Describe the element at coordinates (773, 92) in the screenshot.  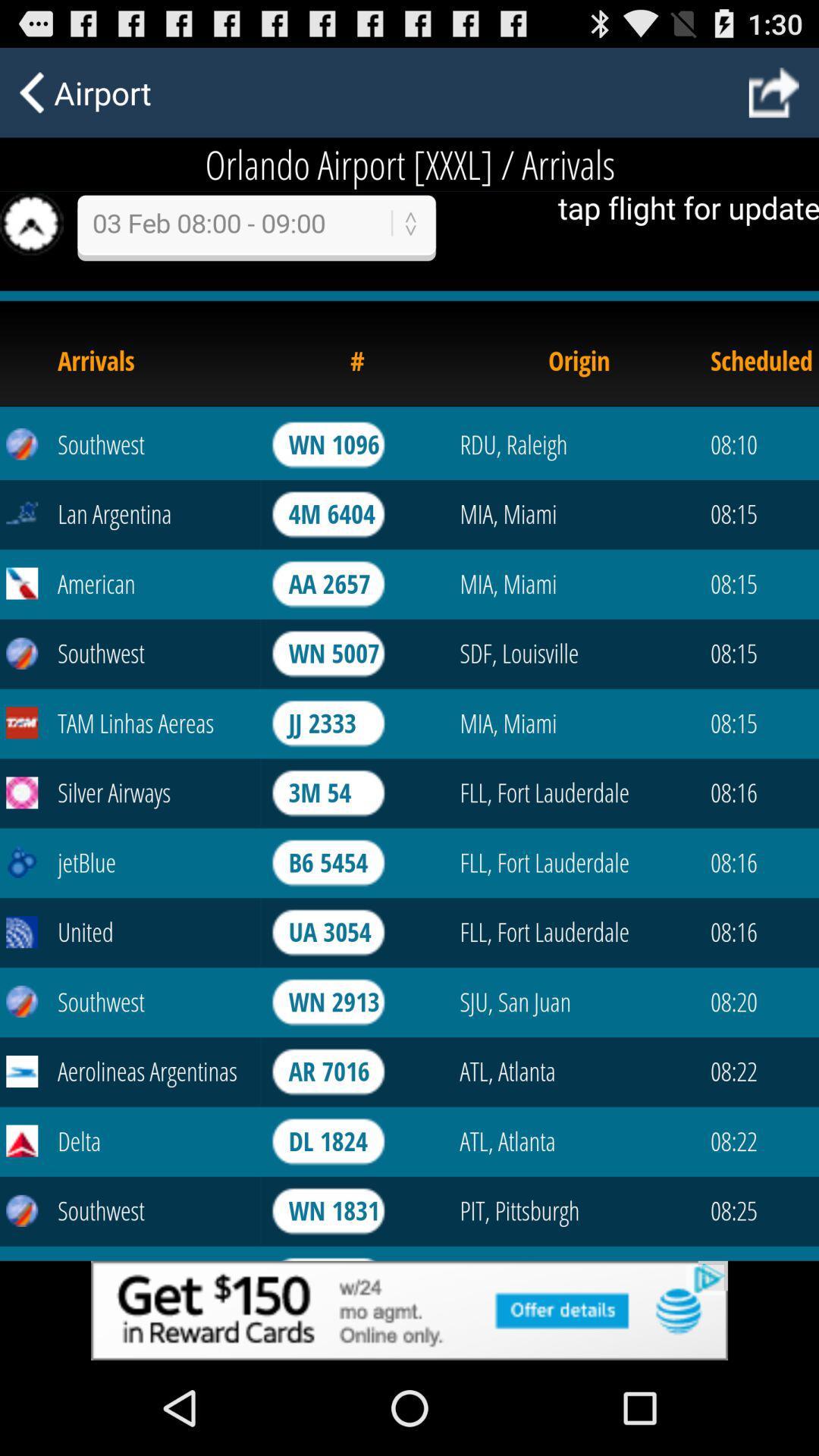
I see `next page` at that location.